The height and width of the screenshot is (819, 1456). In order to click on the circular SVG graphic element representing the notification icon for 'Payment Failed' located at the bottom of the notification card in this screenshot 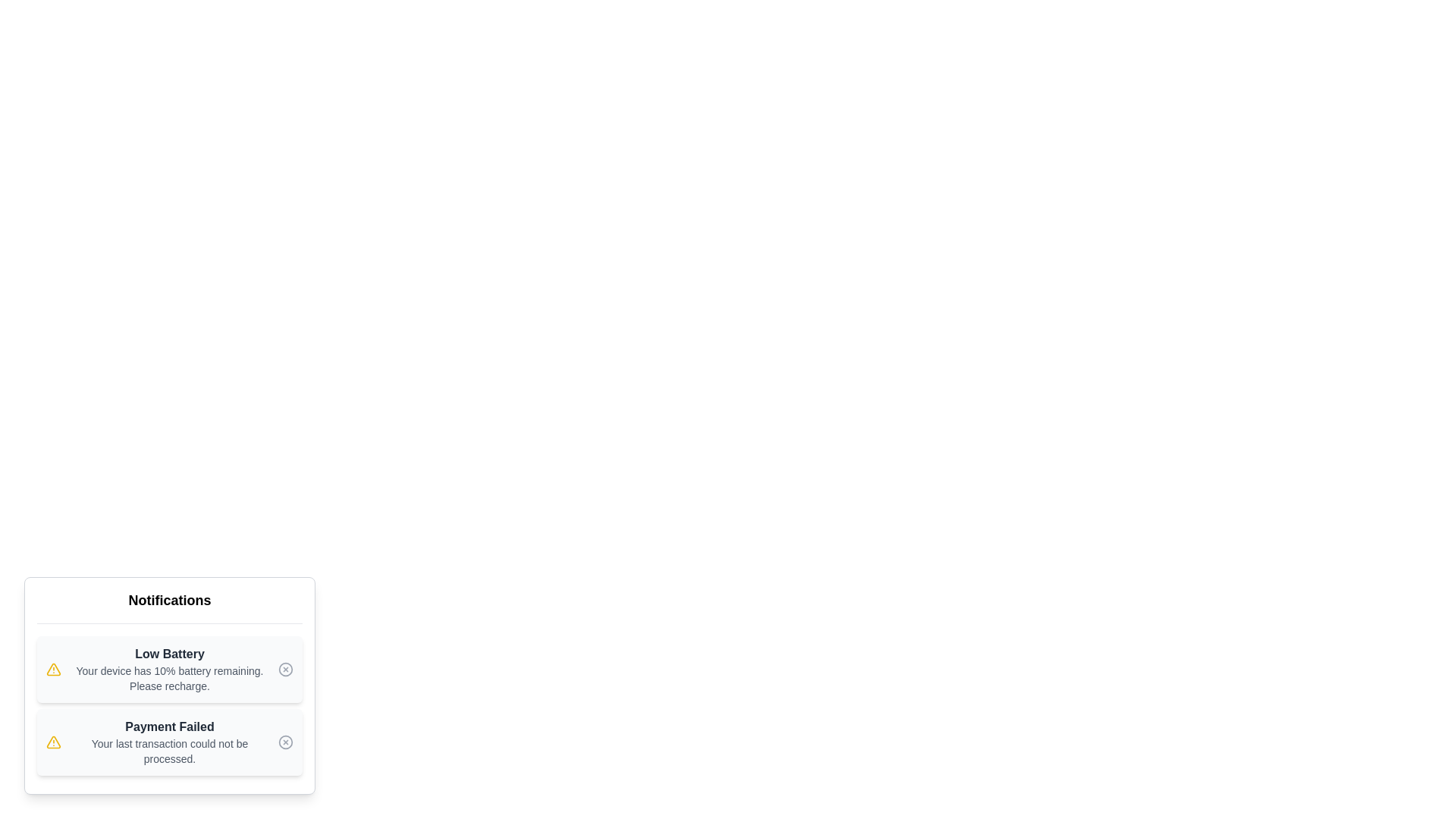, I will do `click(286, 742)`.